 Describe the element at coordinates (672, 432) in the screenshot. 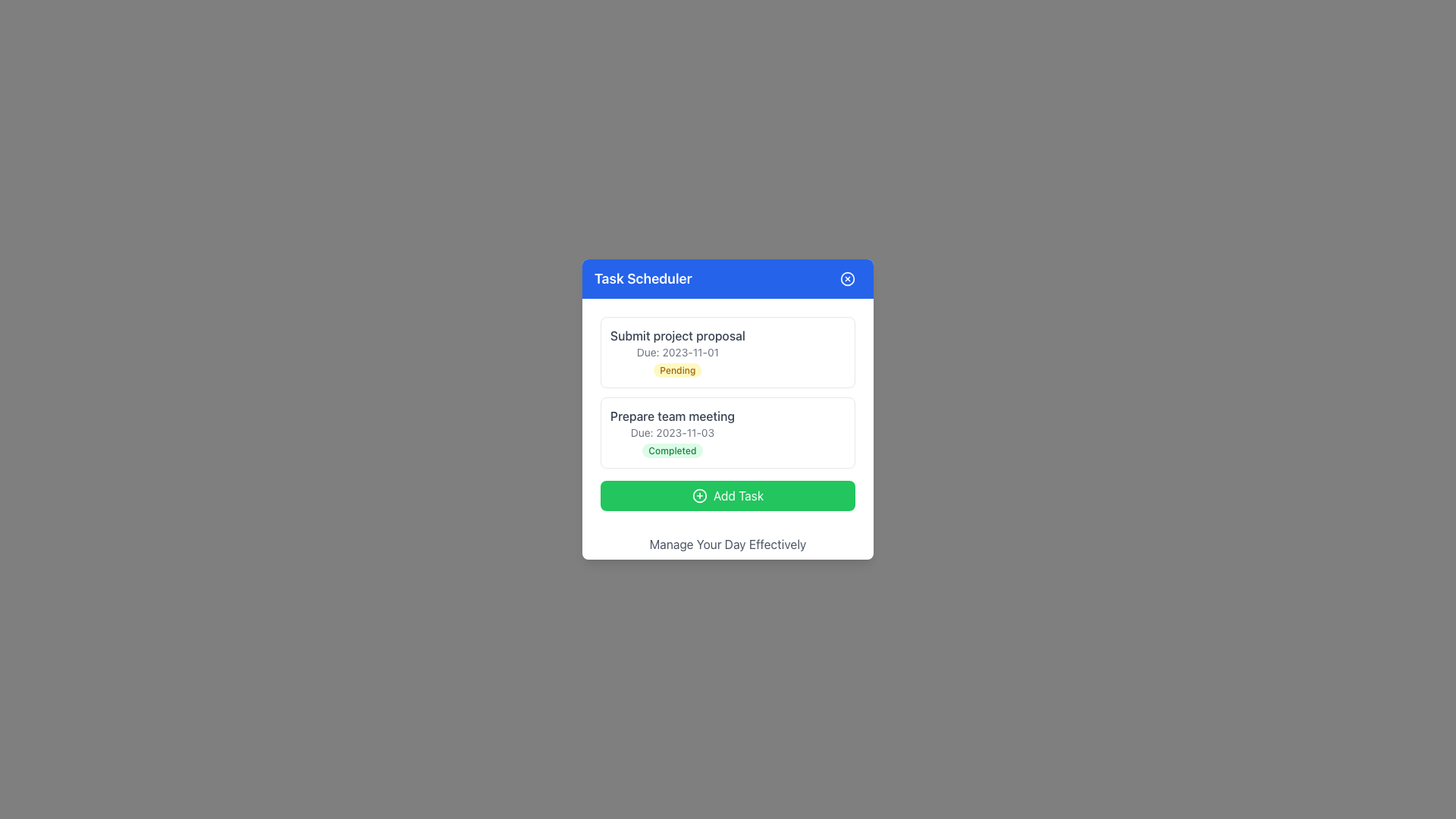

I see `the label displaying the due date 'Due: 2023-11-03', which is styled with small gray text and located below the 'Prepare team meeting' text and above the 'Completed' badge` at that location.